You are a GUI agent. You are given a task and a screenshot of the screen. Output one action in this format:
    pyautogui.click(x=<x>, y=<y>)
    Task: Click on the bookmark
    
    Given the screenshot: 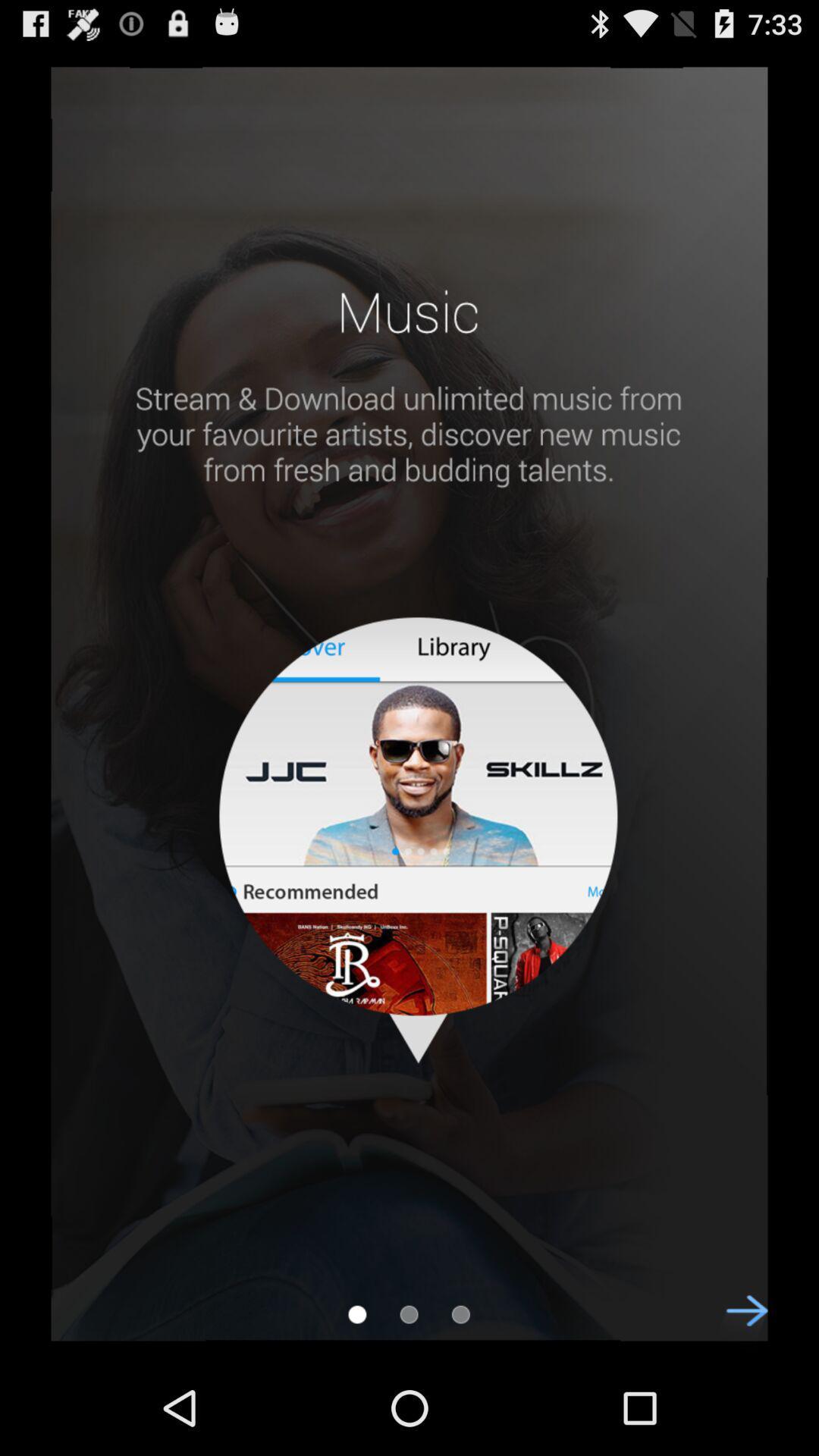 What is the action you would take?
    pyautogui.click(x=357, y=1313)
    